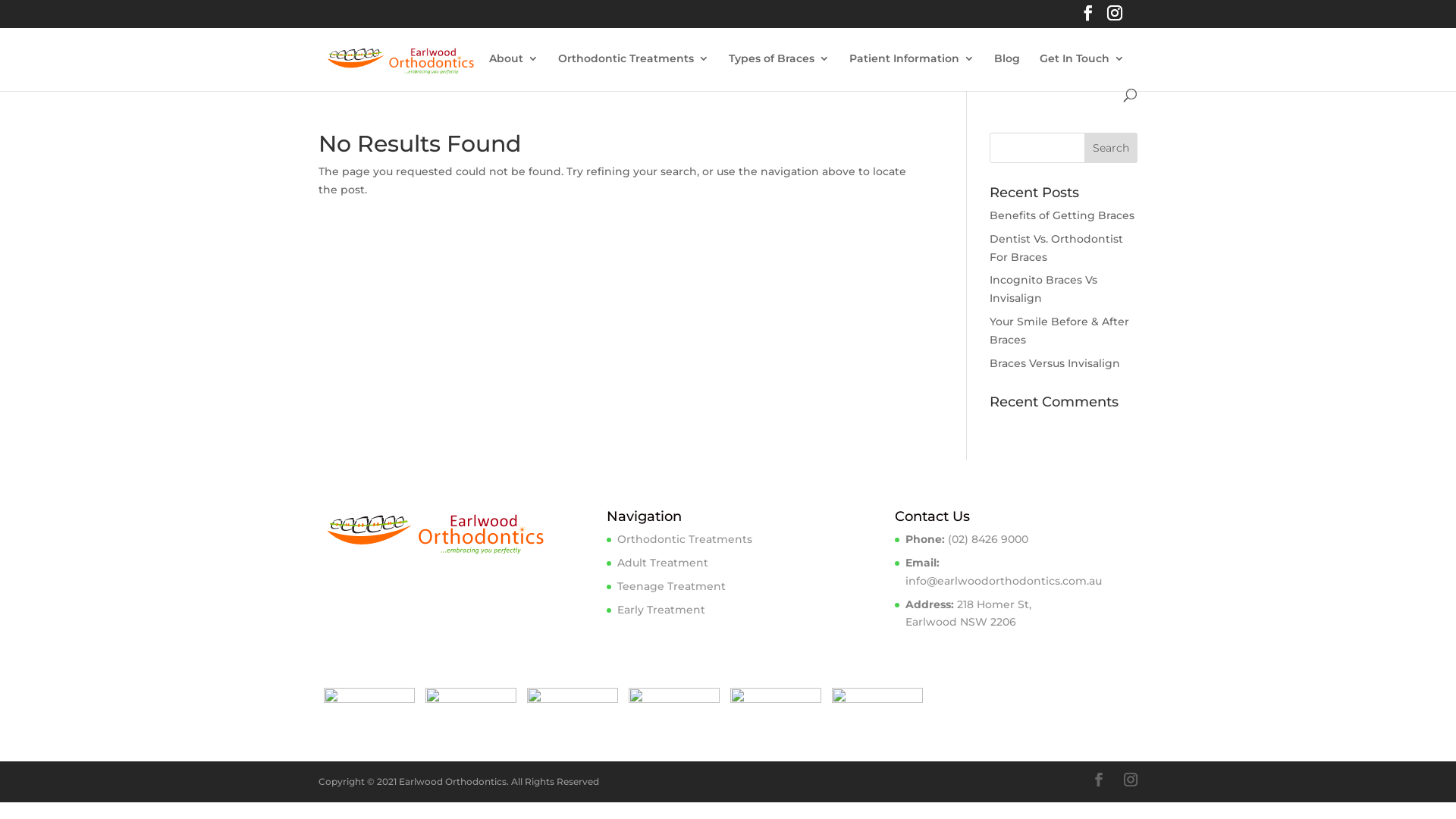 This screenshot has width=1456, height=819. I want to click on 'Early Treatment', so click(661, 608).